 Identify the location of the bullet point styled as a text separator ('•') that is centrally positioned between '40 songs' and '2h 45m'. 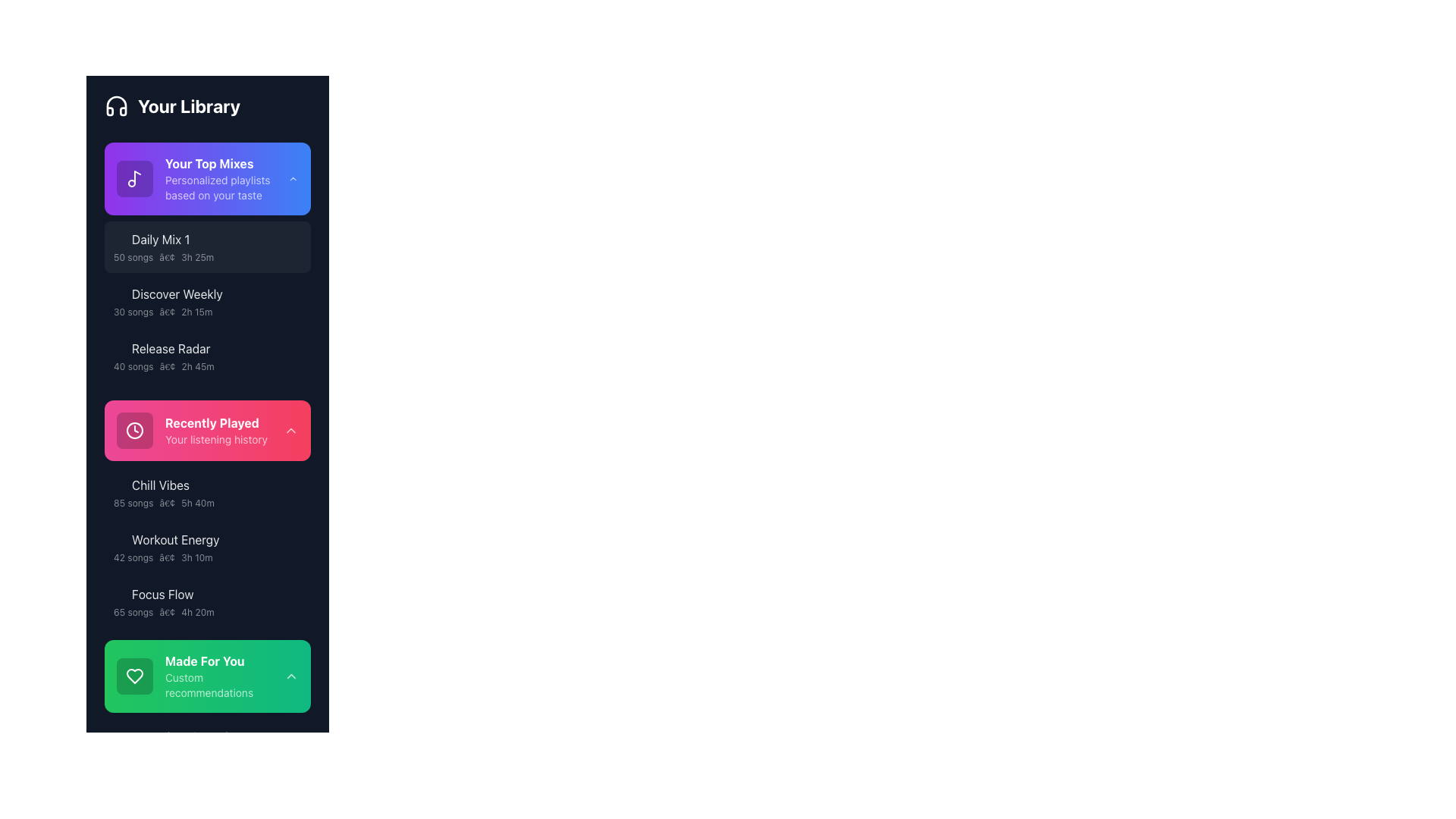
(167, 366).